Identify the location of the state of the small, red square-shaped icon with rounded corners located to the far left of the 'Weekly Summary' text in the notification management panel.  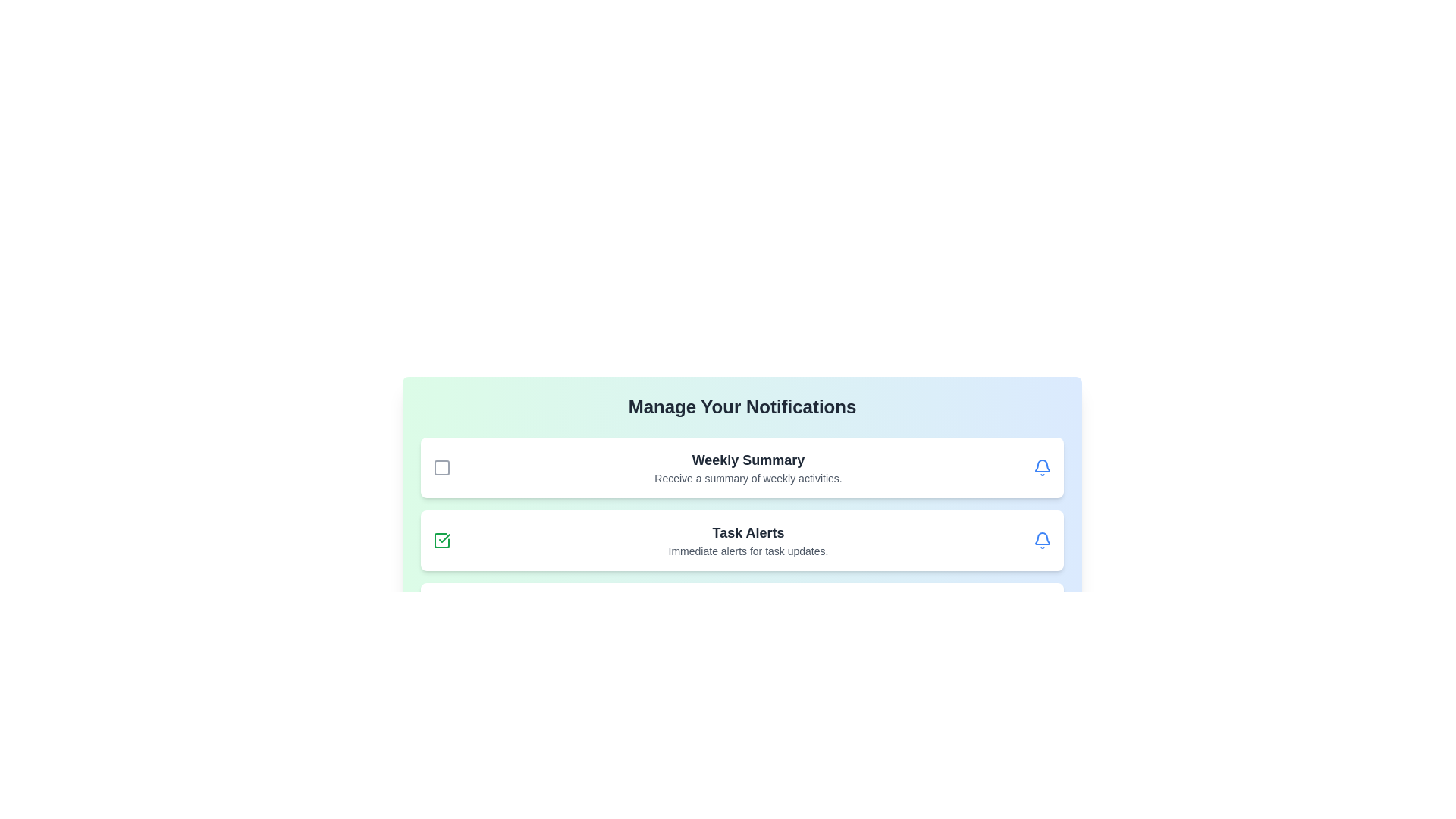
(441, 467).